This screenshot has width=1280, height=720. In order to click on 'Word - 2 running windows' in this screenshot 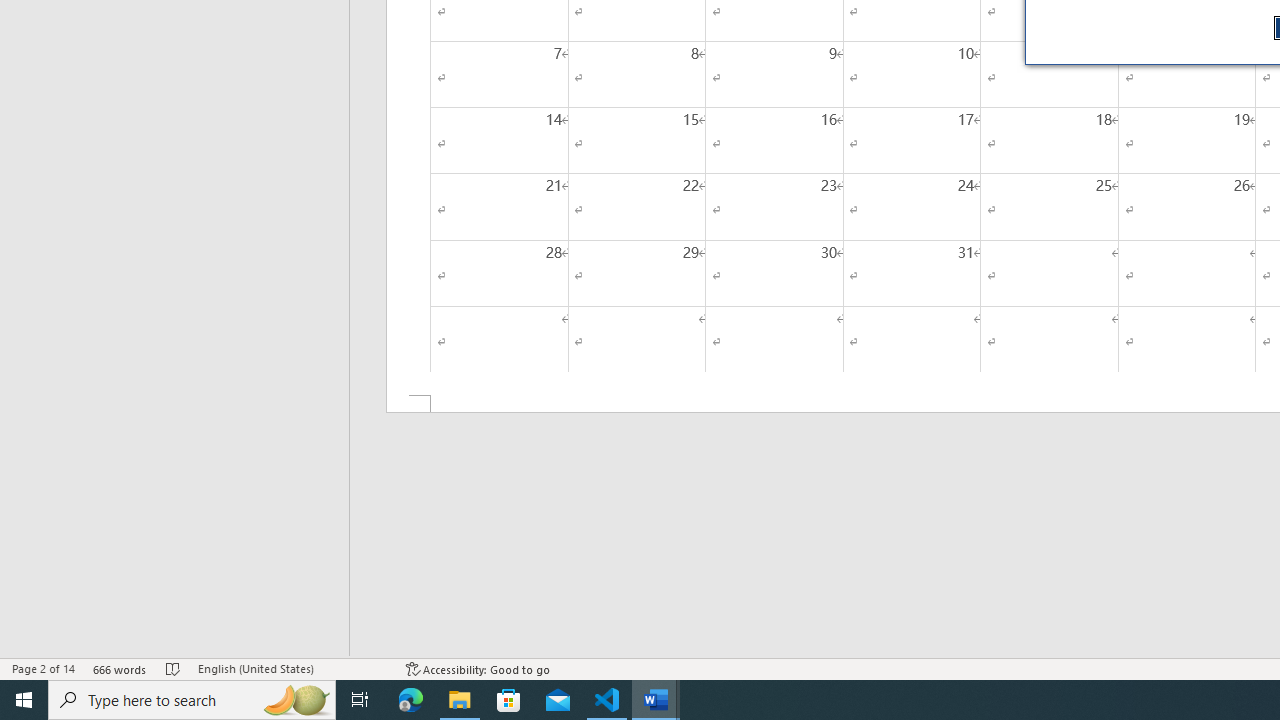, I will do `click(656, 698)`.